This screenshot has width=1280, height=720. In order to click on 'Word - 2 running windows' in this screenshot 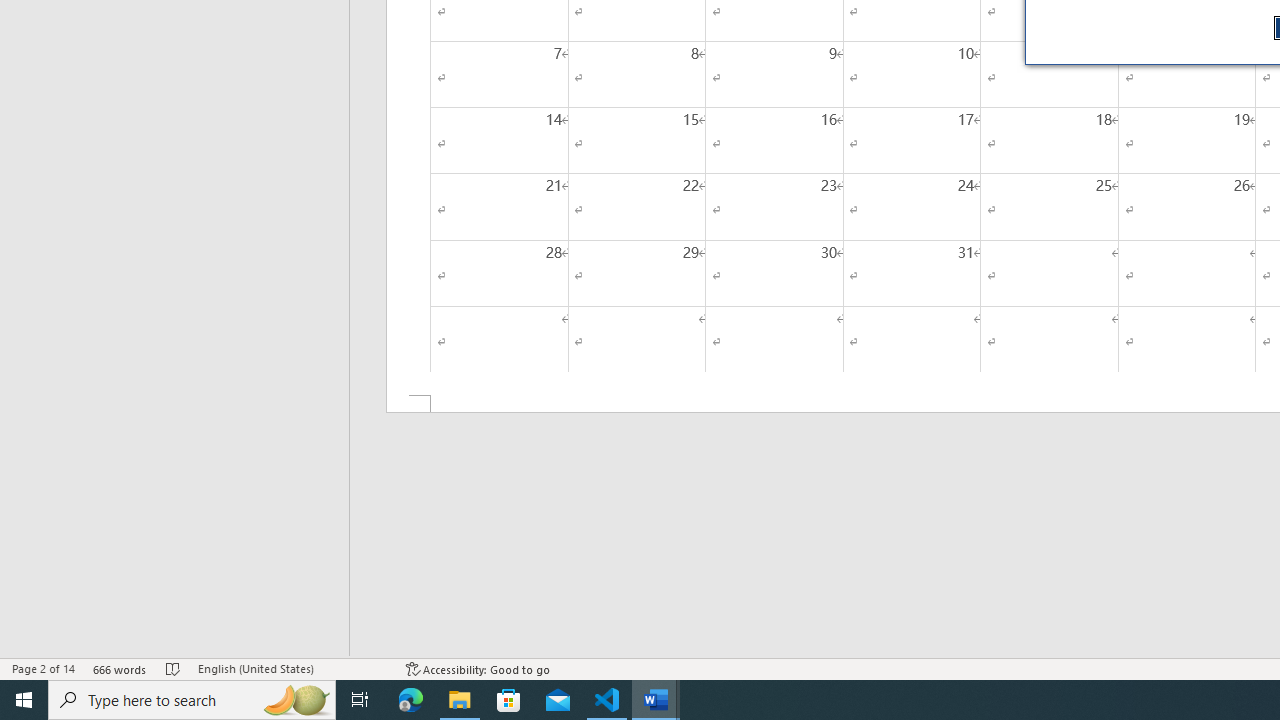, I will do `click(656, 698)`.